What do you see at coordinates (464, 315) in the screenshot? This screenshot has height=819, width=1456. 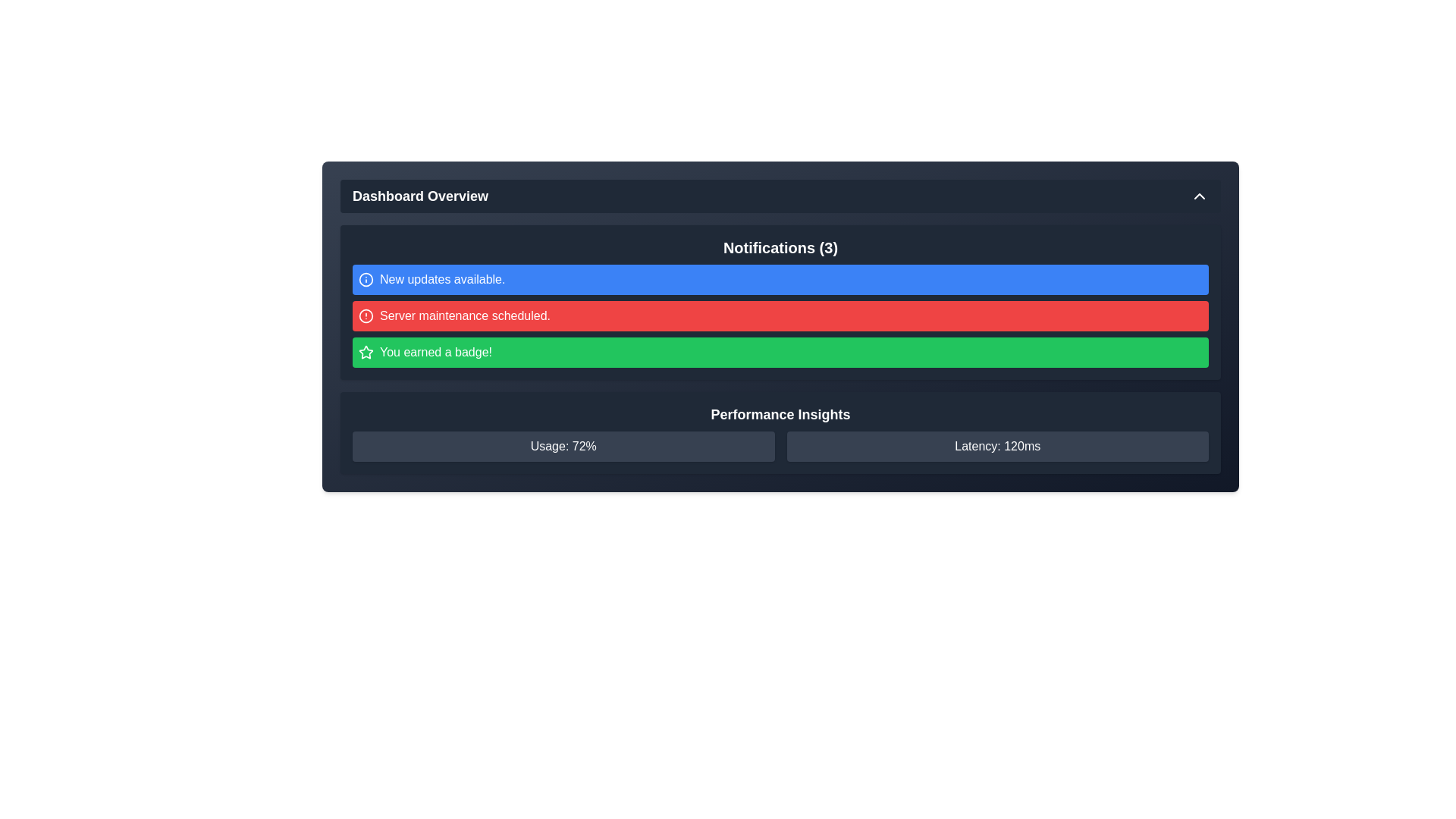 I see `text from the notification banner that conveys important information about server maintenance, which is the second element in the notifications list` at bounding box center [464, 315].